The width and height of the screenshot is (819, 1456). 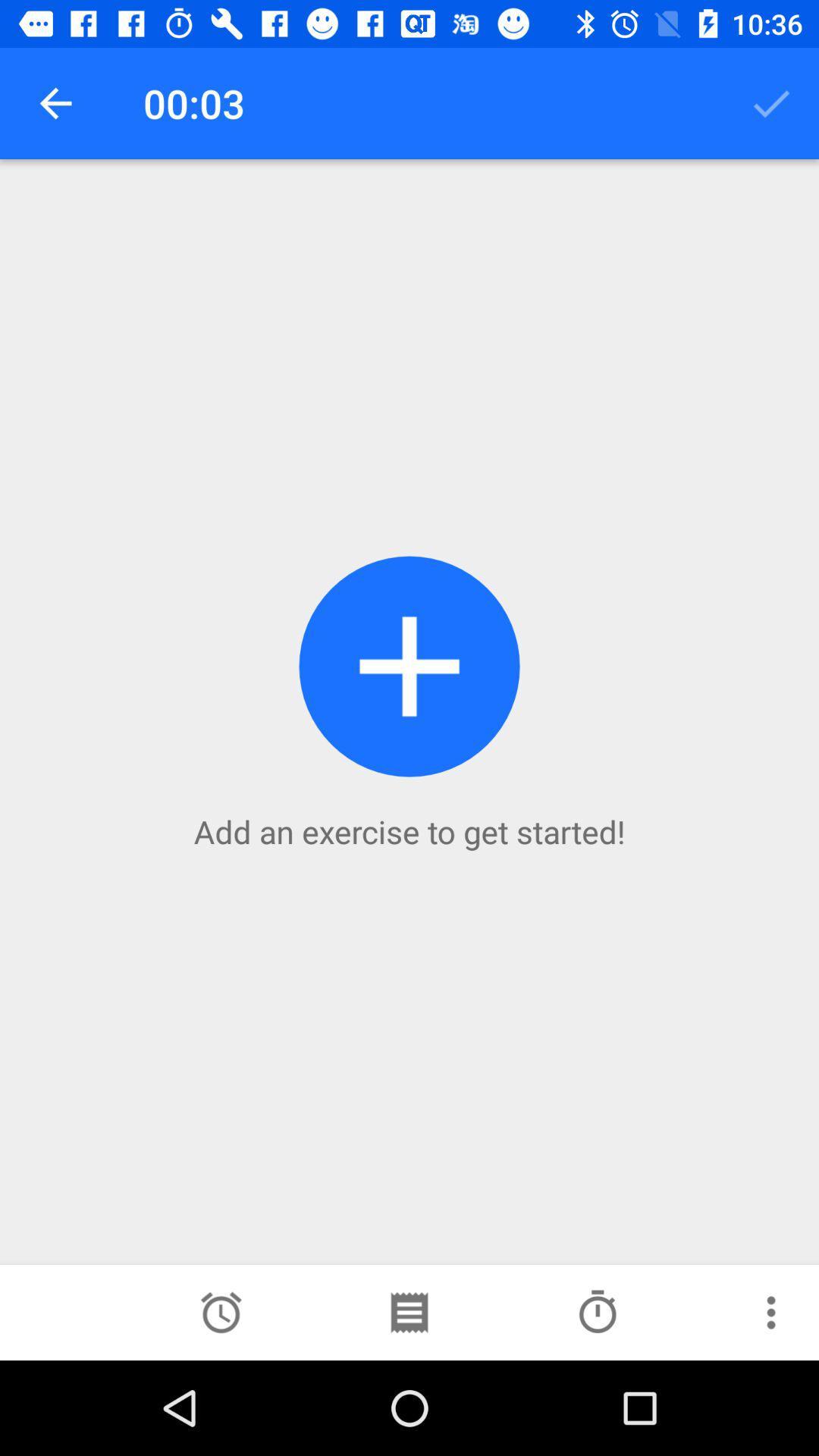 I want to click on the more icon, so click(x=408, y=1312).